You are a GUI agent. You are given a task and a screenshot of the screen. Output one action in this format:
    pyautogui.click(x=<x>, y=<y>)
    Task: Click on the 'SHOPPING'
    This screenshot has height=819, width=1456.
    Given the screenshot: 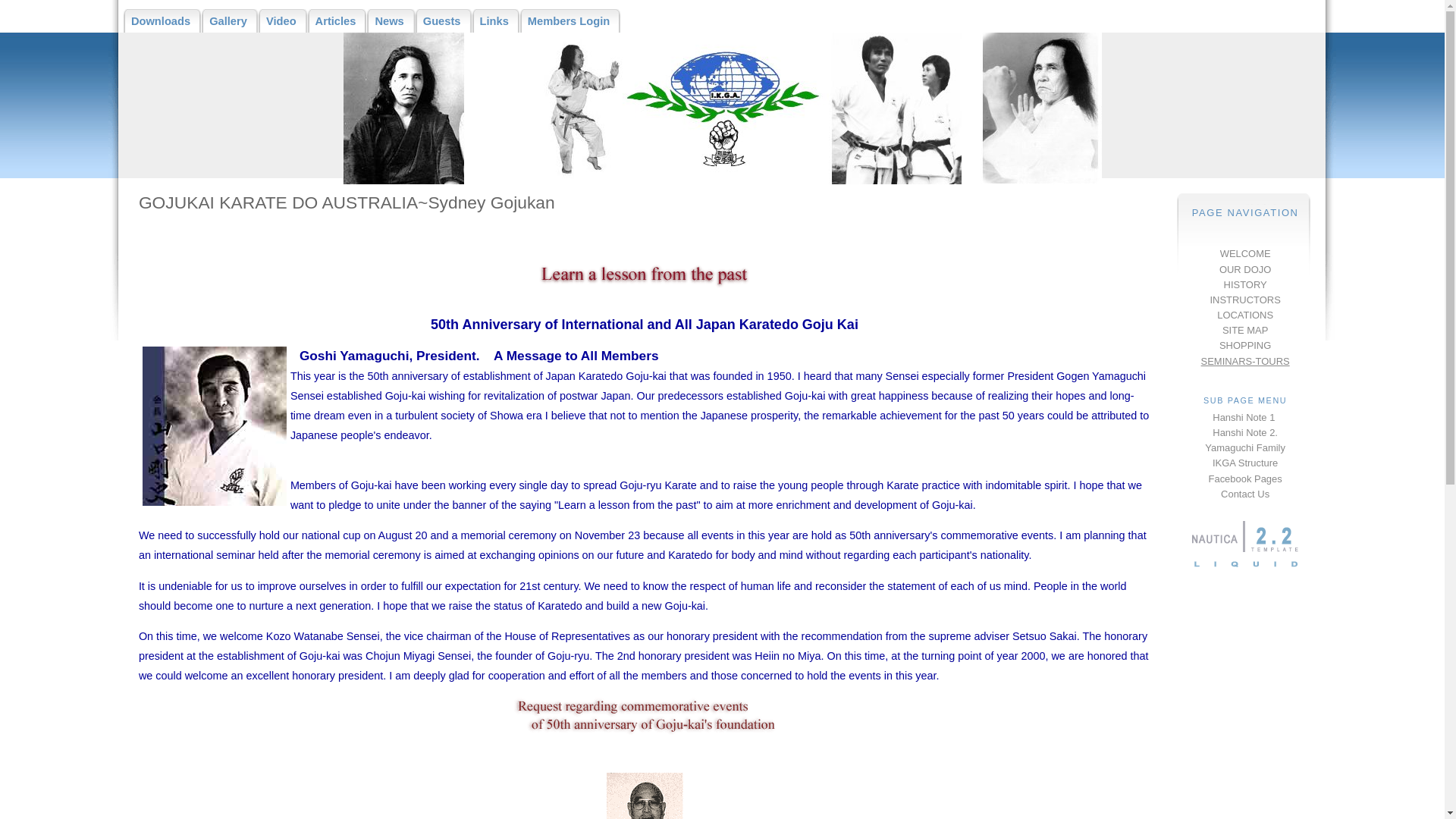 What is the action you would take?
    pyautogui.click(x=1244, y=345)
    